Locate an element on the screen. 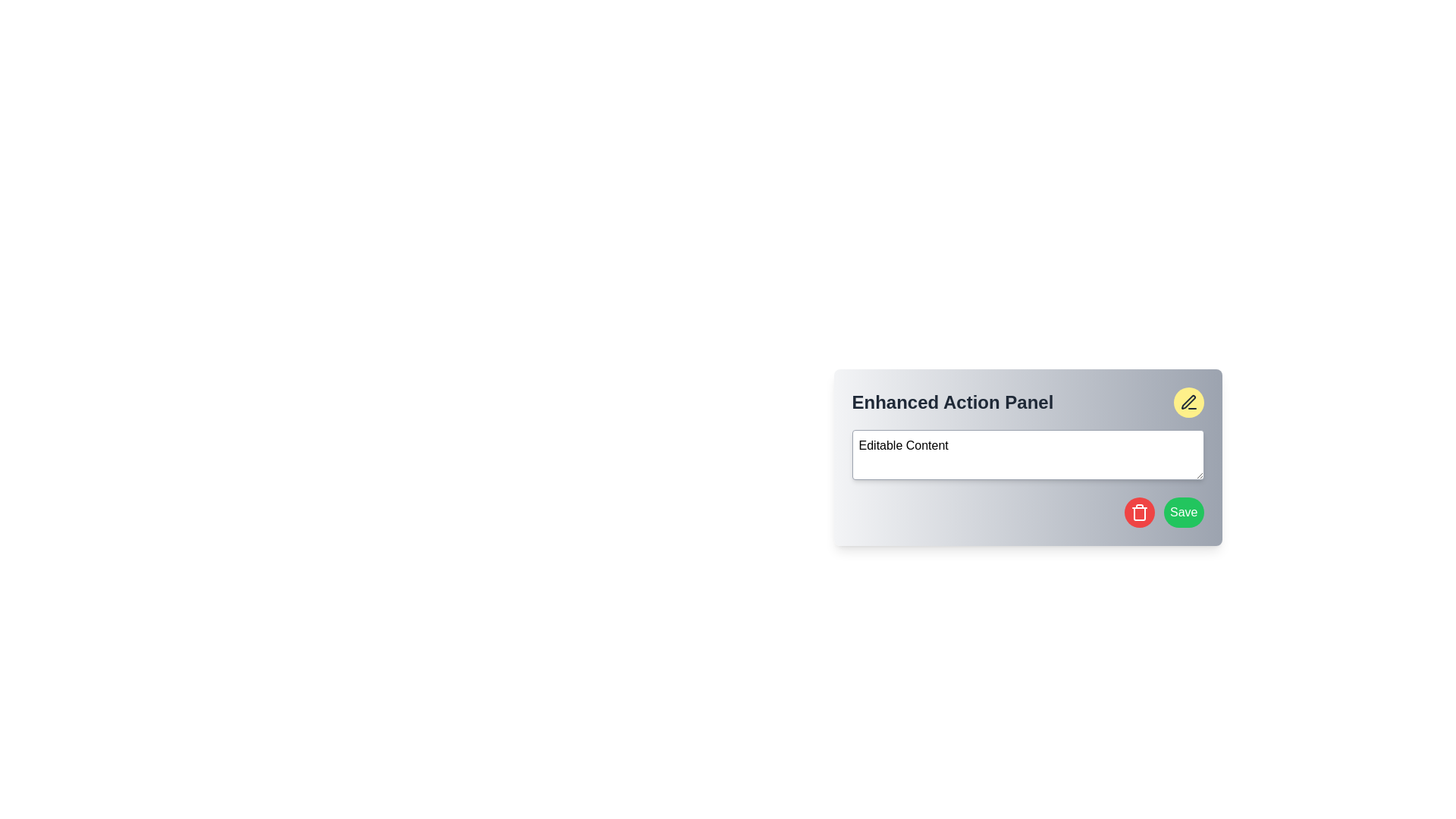 This screenshot has width=1456, height=819. the delete button located in the lower-right corner of the 'Enhanced Action Panel', immediately left of the green 'Save' button is located at coordinates (1139, 512).